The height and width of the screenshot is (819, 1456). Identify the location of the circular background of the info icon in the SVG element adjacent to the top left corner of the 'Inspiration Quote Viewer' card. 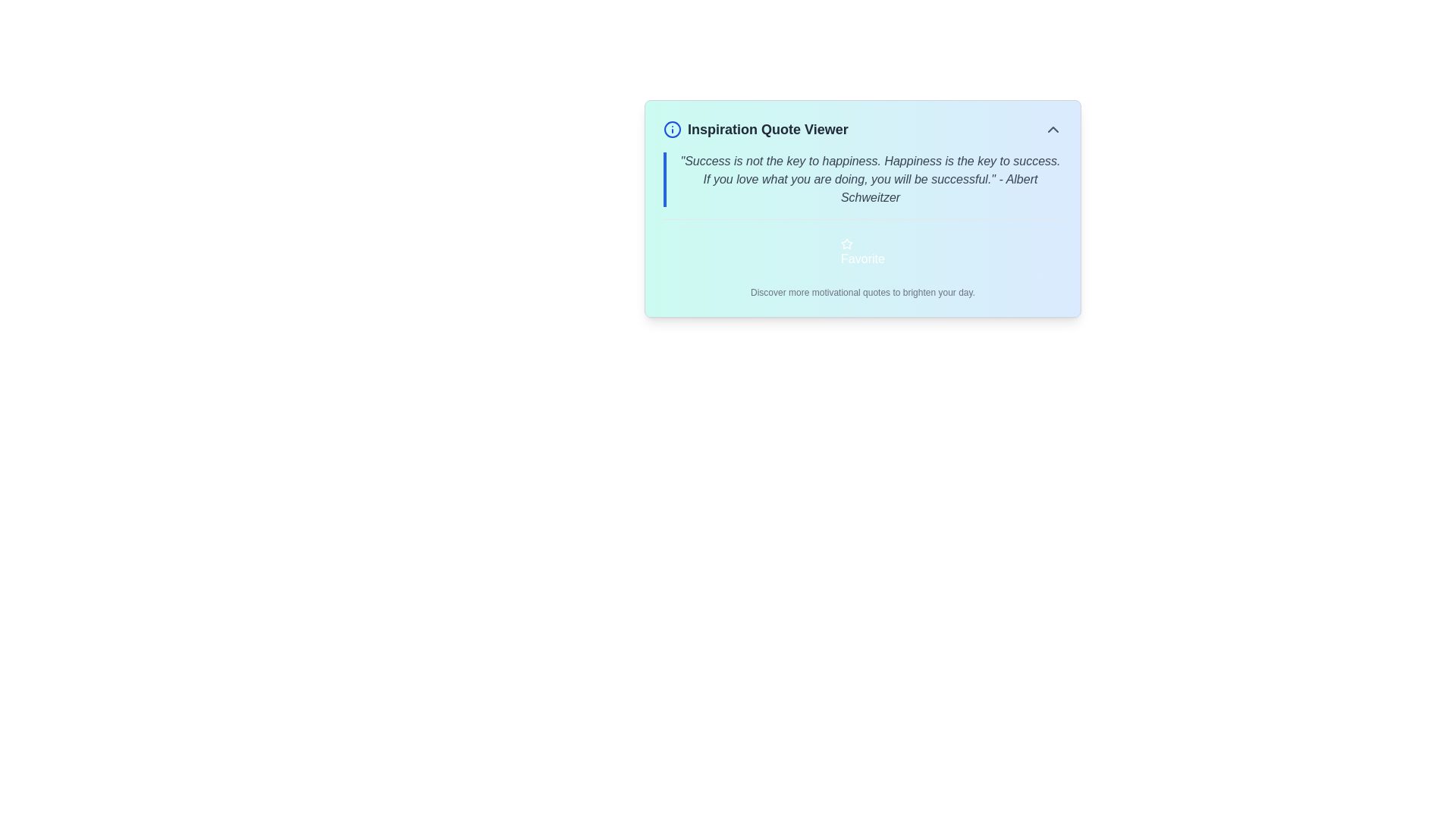
(672, 128).